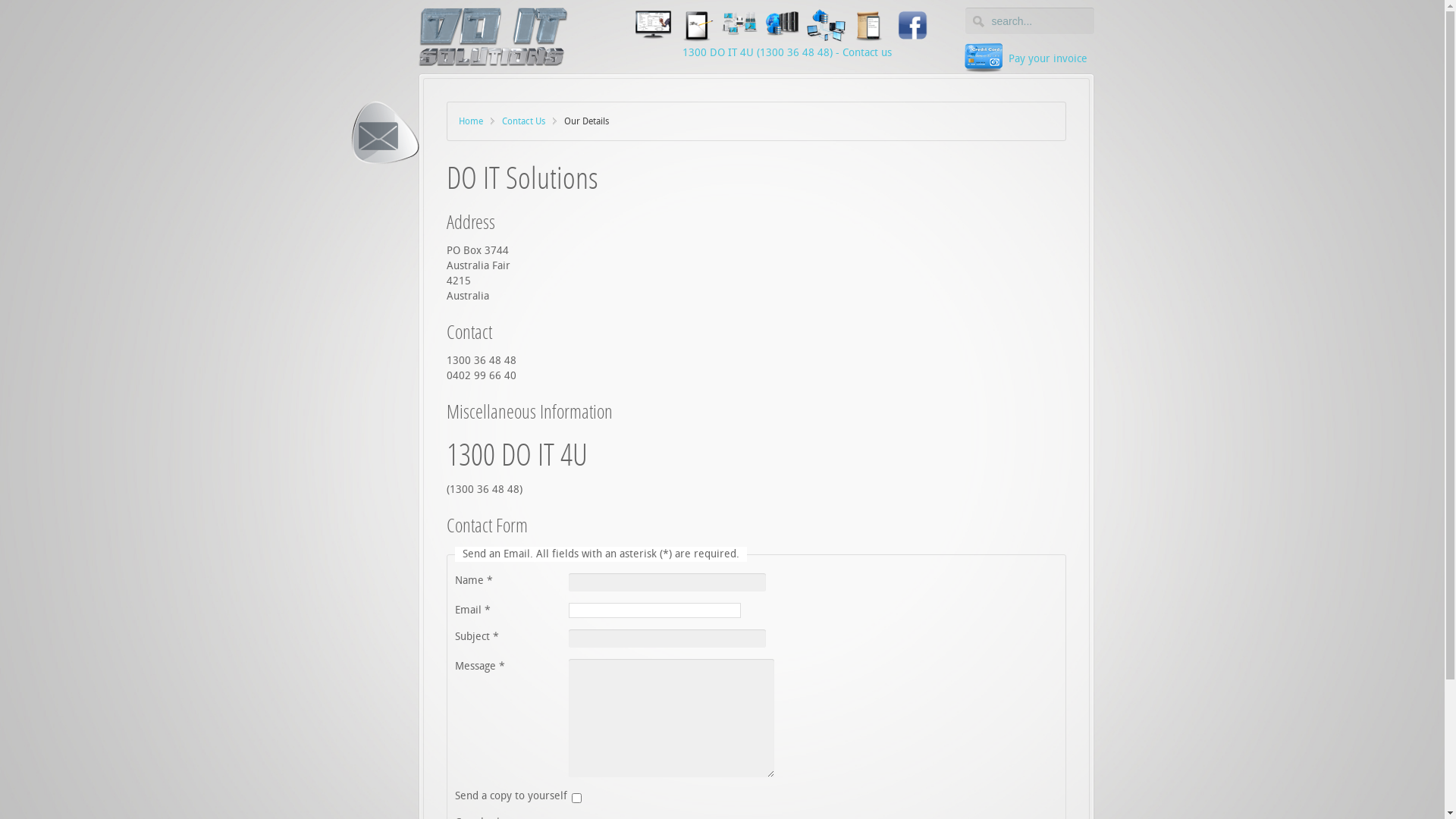  Describe the element at coordinates (786, 52) in the screenshot. I see `'1300 DO IT 4U (1300 36 48 48) - Contact us'` at that location.